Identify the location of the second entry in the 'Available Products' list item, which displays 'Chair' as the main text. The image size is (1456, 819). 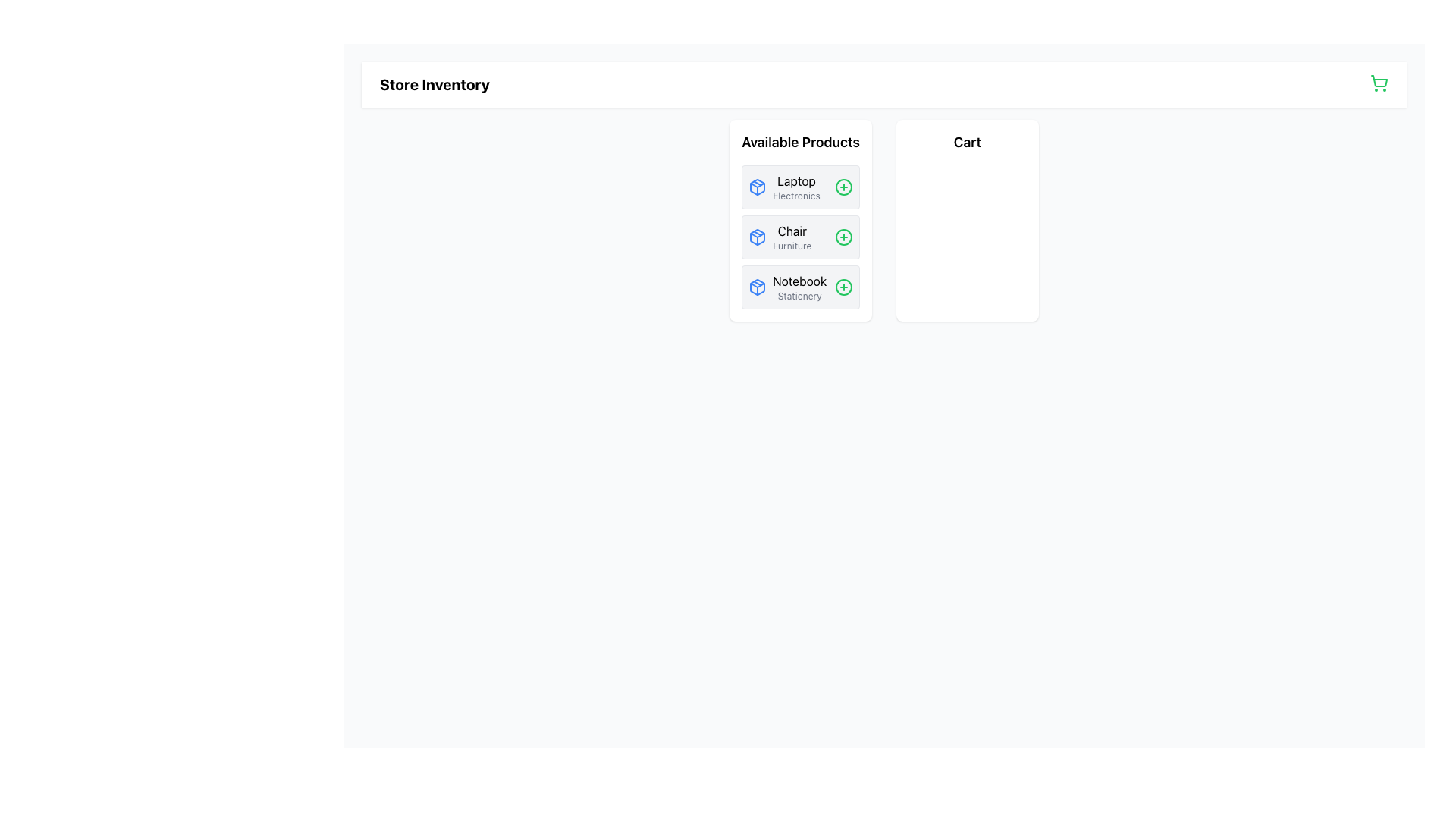
(800, 220).